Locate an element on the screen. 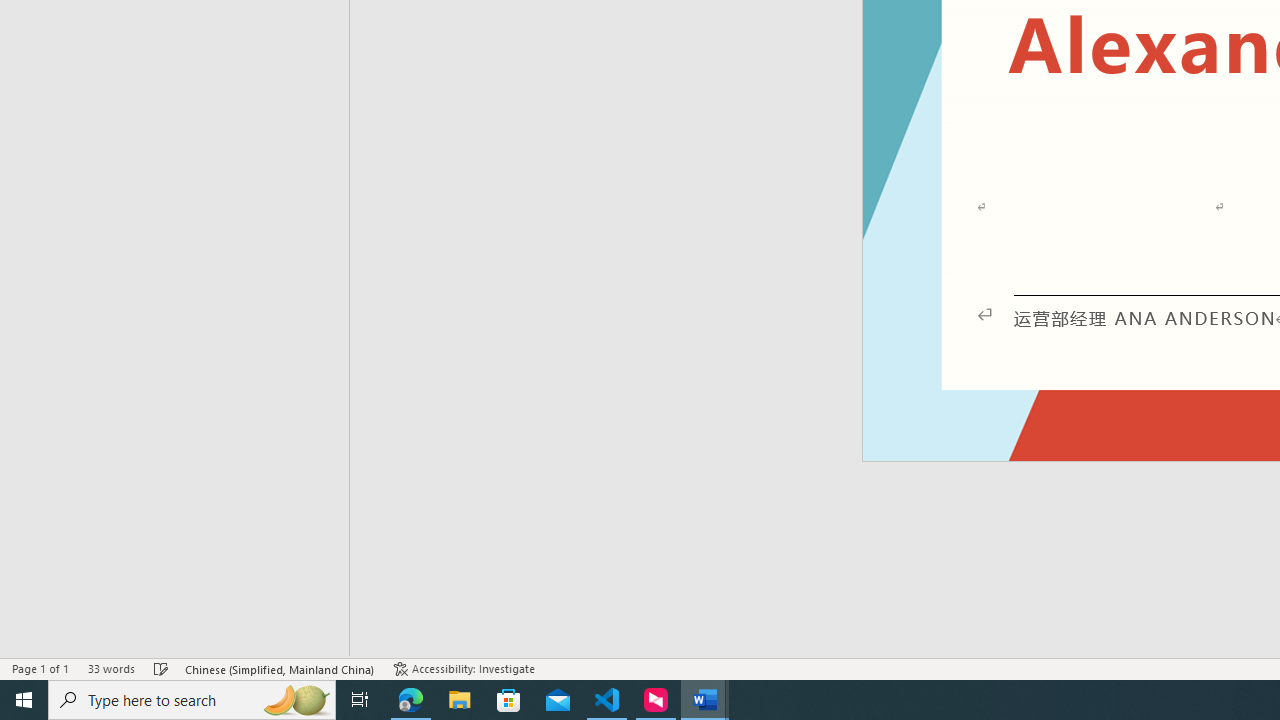 The height and width of the screenshot is (720, 1280). 'Accessibility Checker Accessibility: Investigate' is located at coordinates (463, 669).